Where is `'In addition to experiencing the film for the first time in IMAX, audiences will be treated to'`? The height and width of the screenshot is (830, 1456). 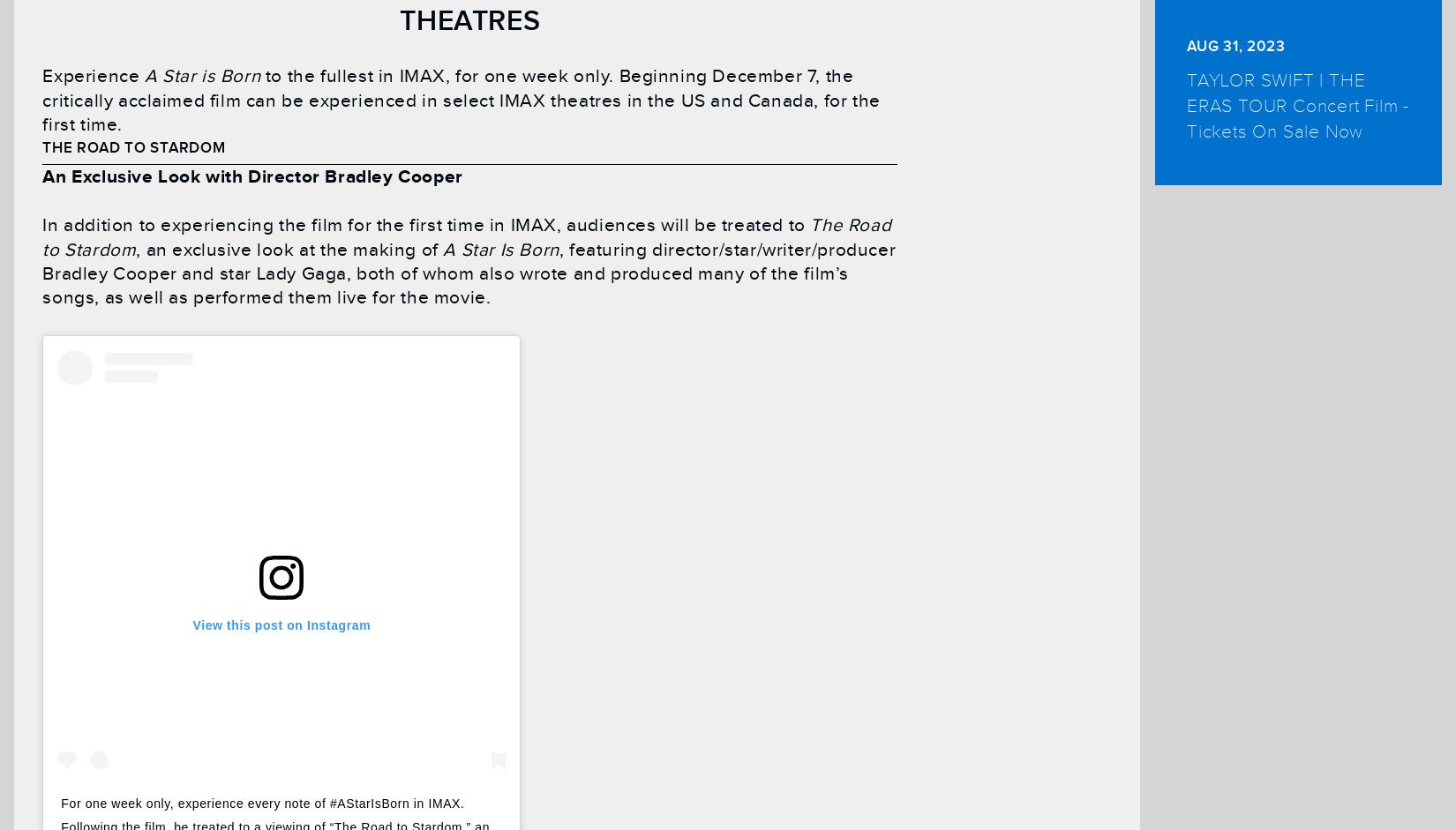
'In addition to experiencing the film for the first time in IMAX, audiences will be treated to' is located at coordinates (424, 225).